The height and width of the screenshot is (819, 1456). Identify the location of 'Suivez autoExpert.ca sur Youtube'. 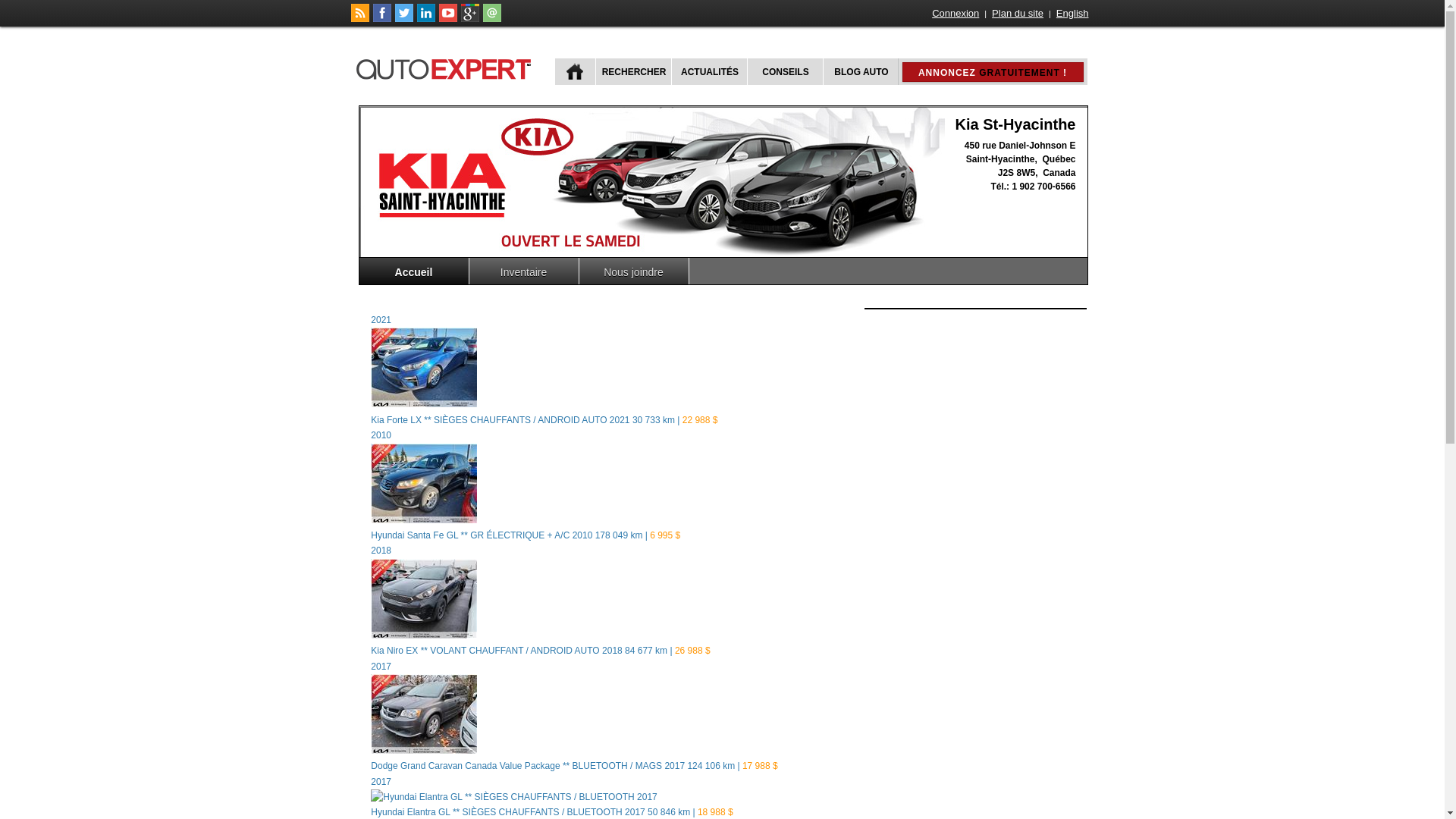
(437, 18).